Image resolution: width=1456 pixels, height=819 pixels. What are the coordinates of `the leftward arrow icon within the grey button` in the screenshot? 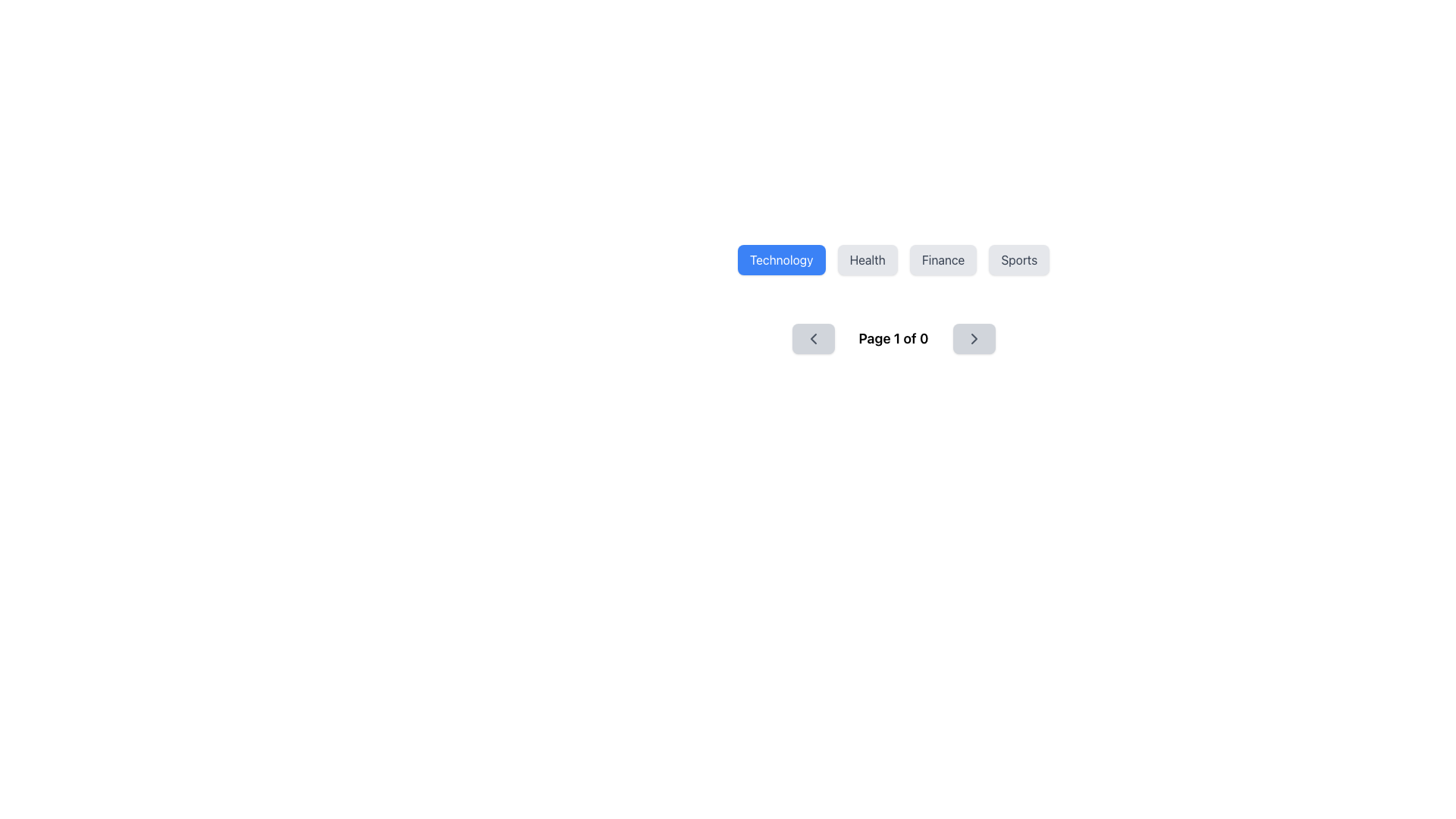 It's located at (812, 338).